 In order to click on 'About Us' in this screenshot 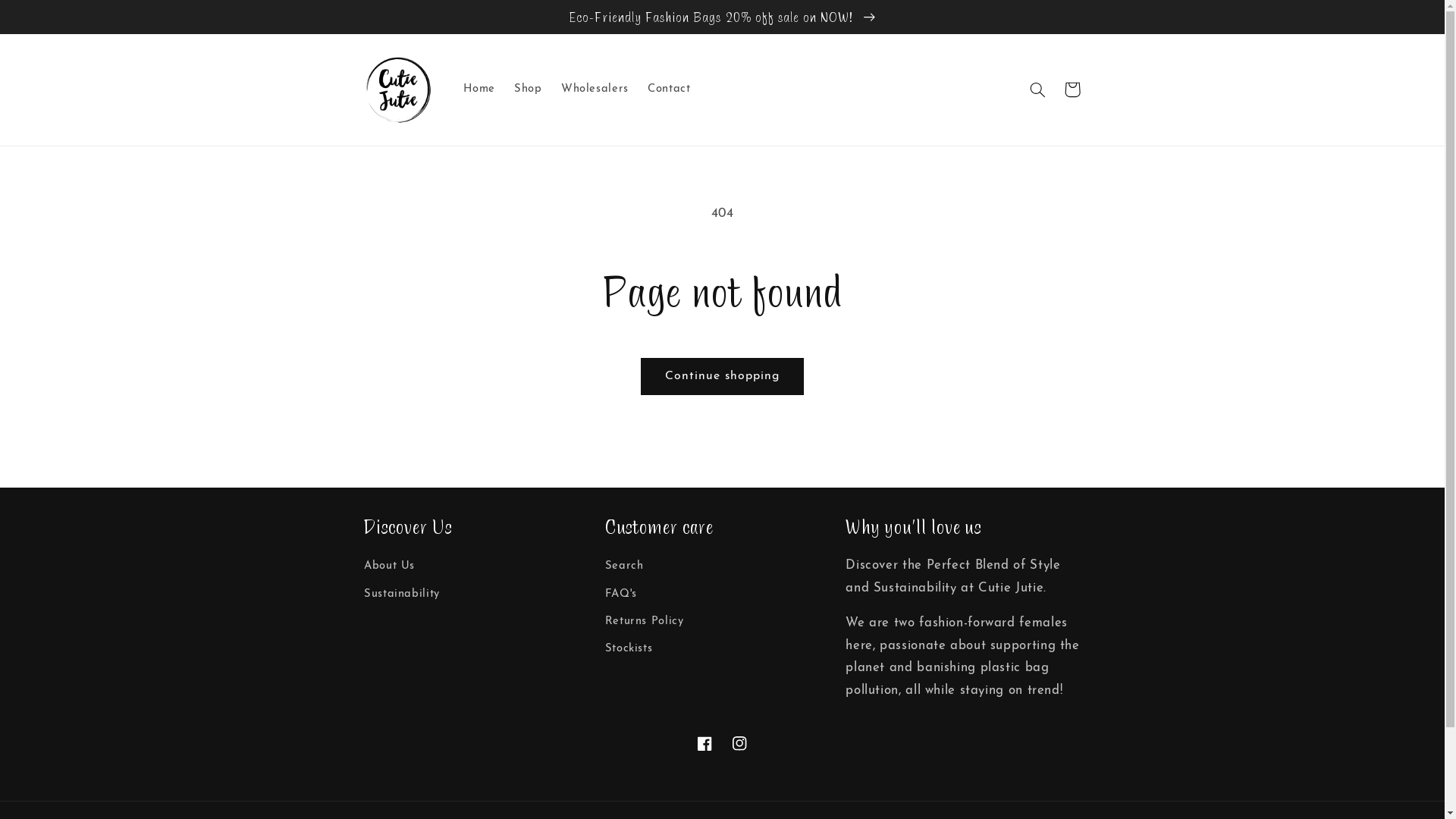, I will do `click(364, 568)`.